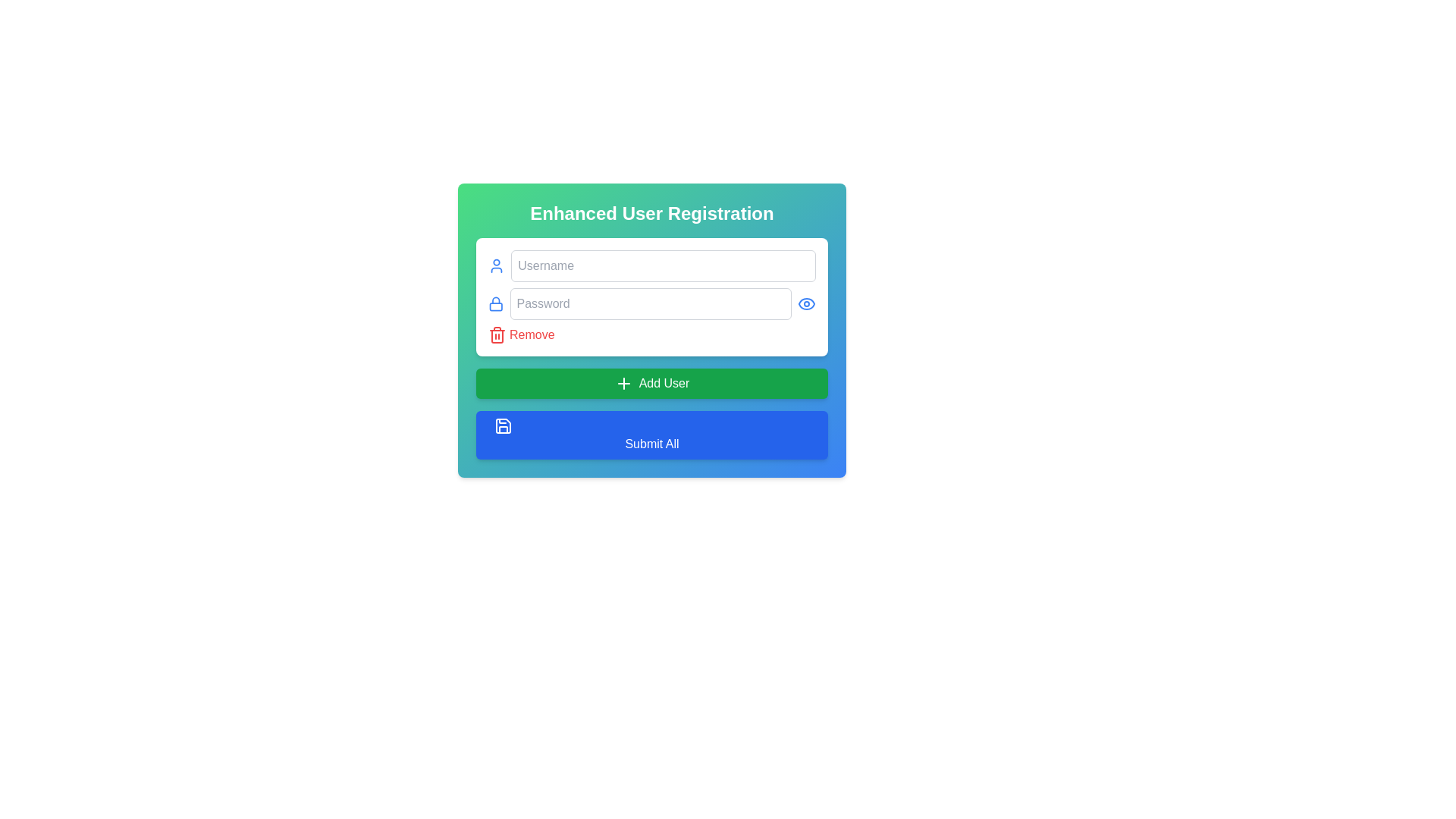 The width and height of the screenshot is (1456, 819). What do you see at coordinates (806, 304) in the screenshot?
I see `the Icon button located at the right end of the password input field` at bounding box center [806, 304].